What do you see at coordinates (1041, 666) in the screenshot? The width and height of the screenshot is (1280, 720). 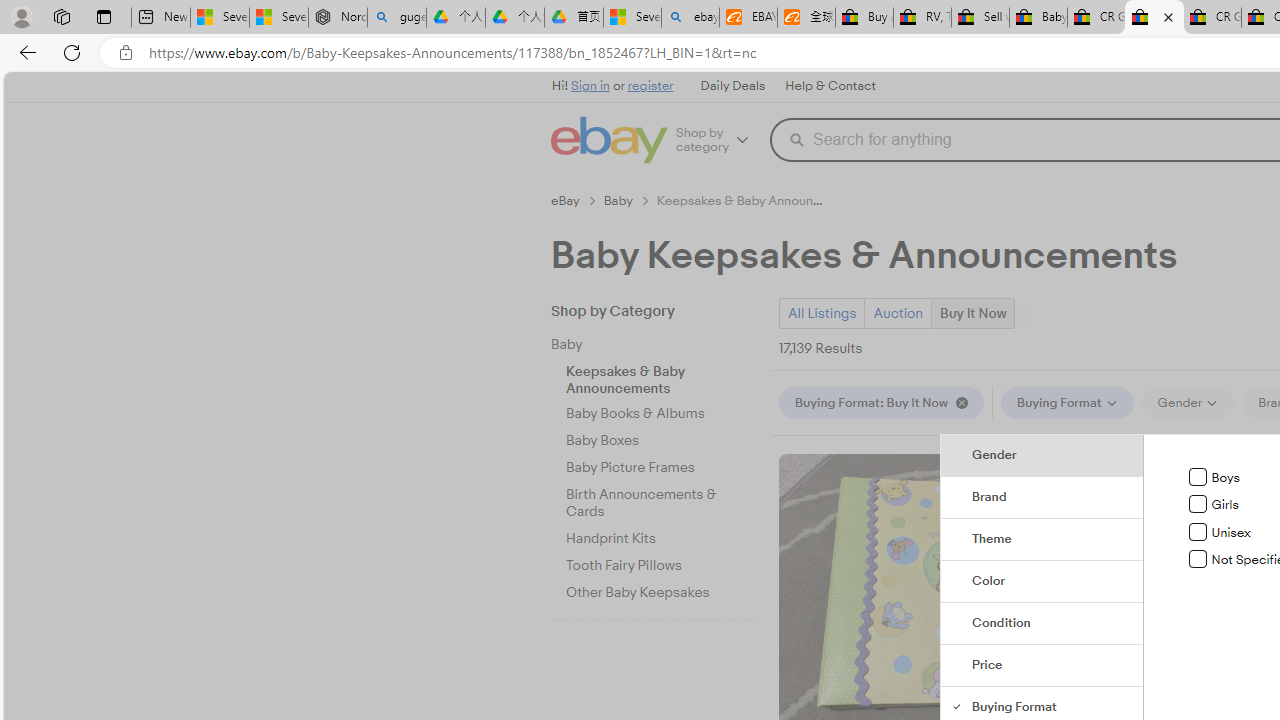 I see `'Price'` at bounding box center [1041, 666].